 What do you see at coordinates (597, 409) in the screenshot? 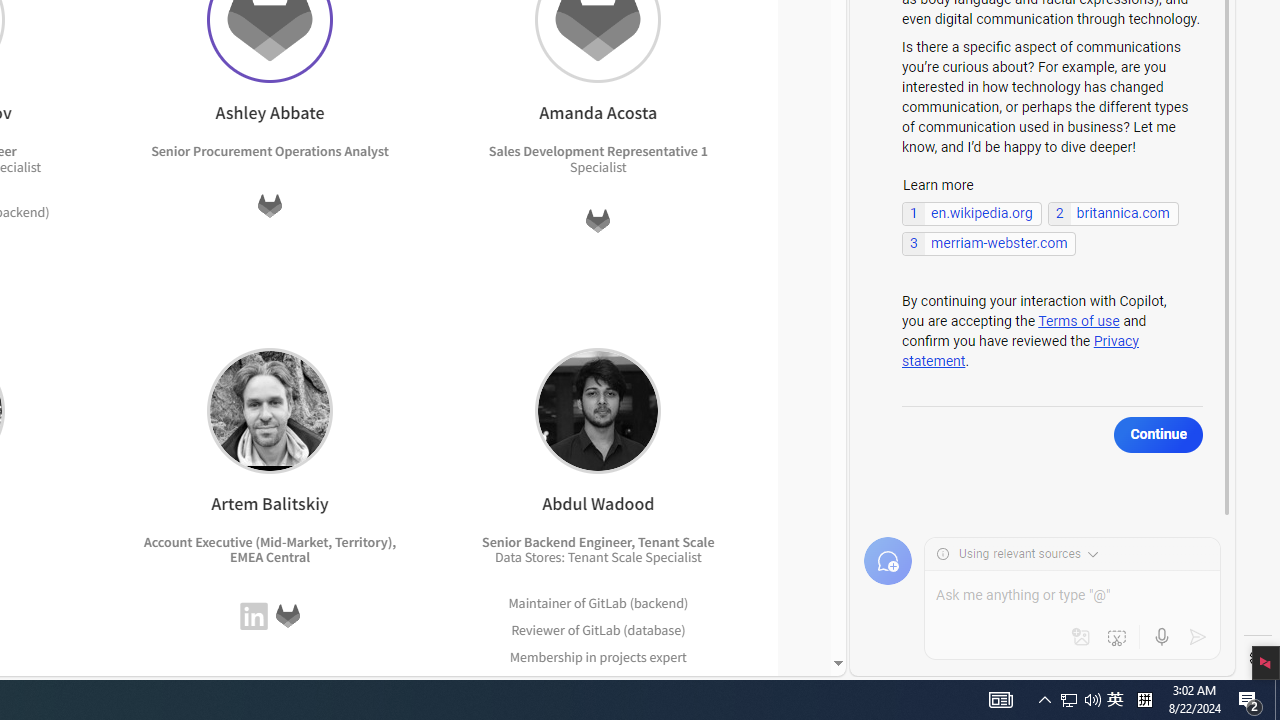
I see `'Abdul Wadood'` at bounding box center [597, 409].